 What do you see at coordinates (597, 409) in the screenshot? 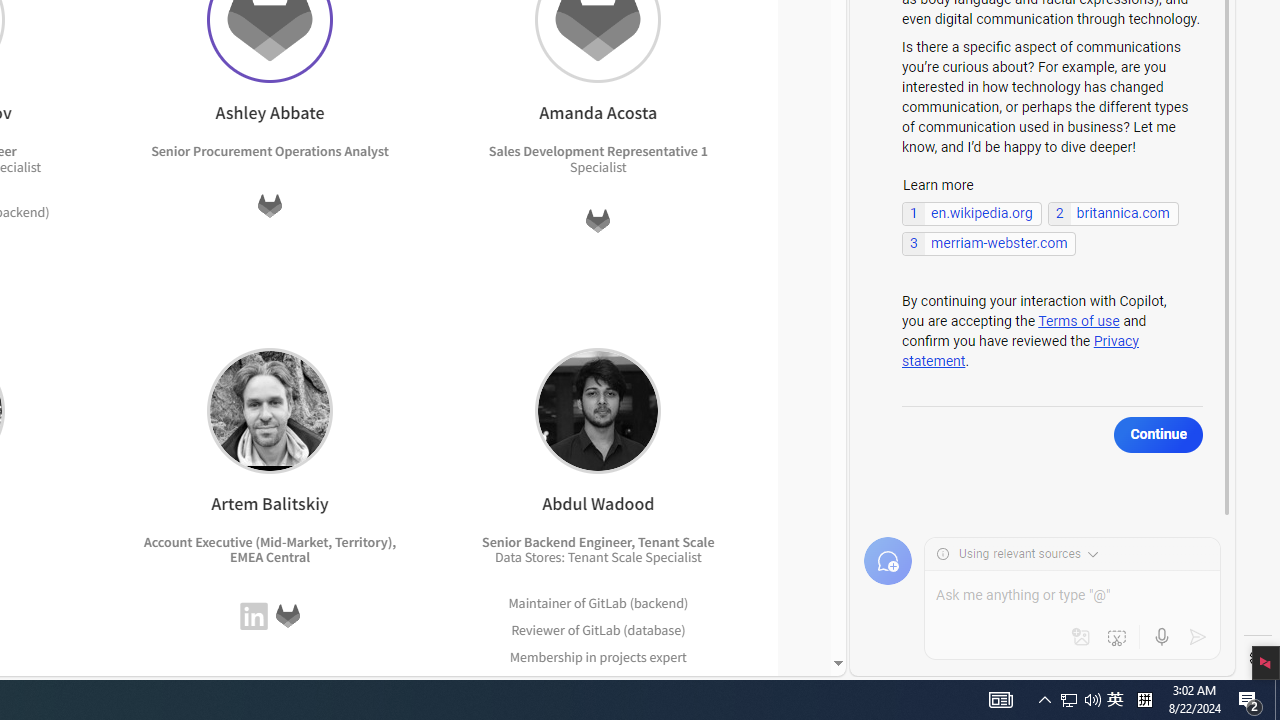
I see `'Abdul Wadood'` at bounding box center [597, 409].